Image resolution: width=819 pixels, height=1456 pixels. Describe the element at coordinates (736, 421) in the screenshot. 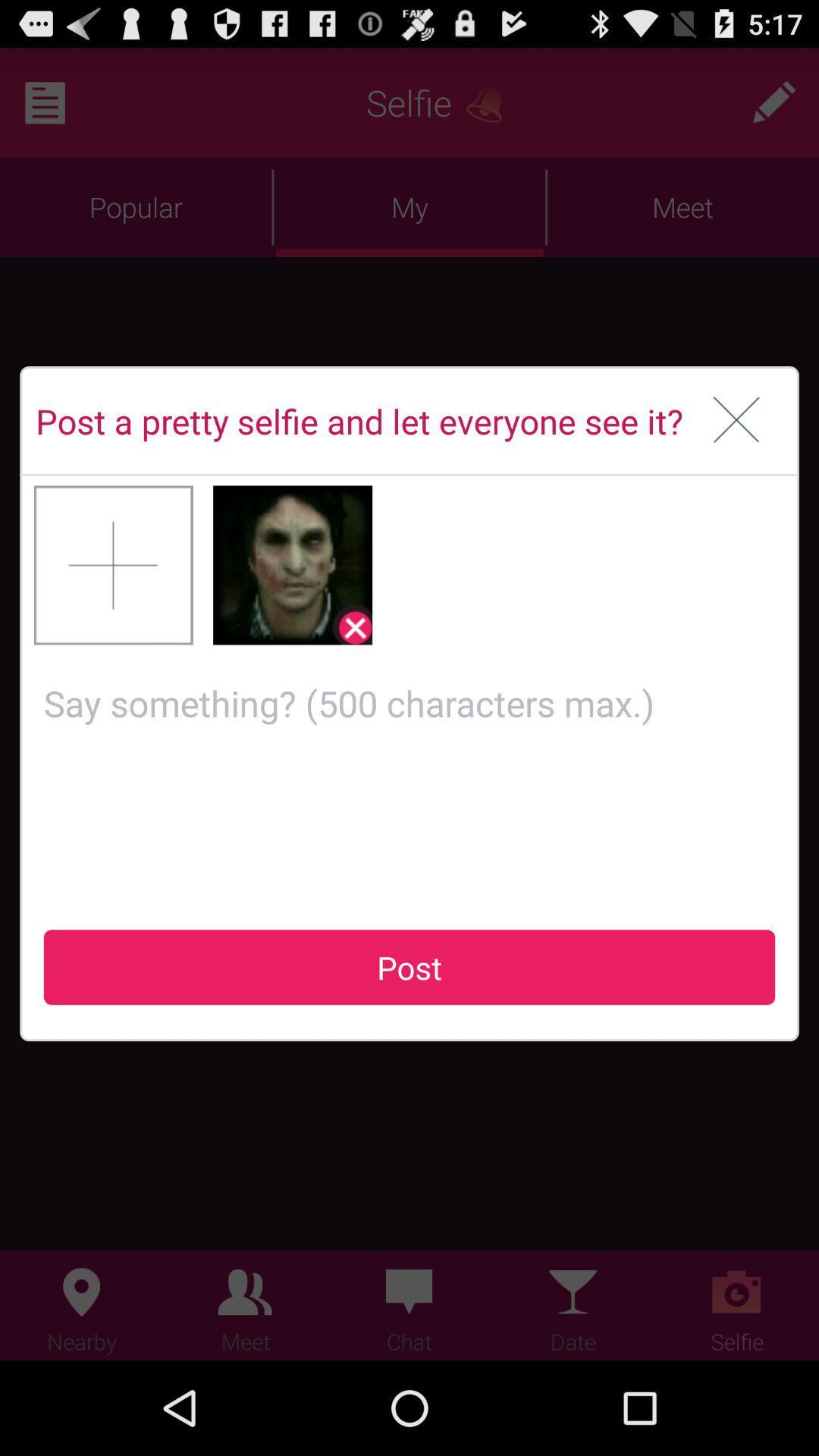

I see `exit out` at that location.